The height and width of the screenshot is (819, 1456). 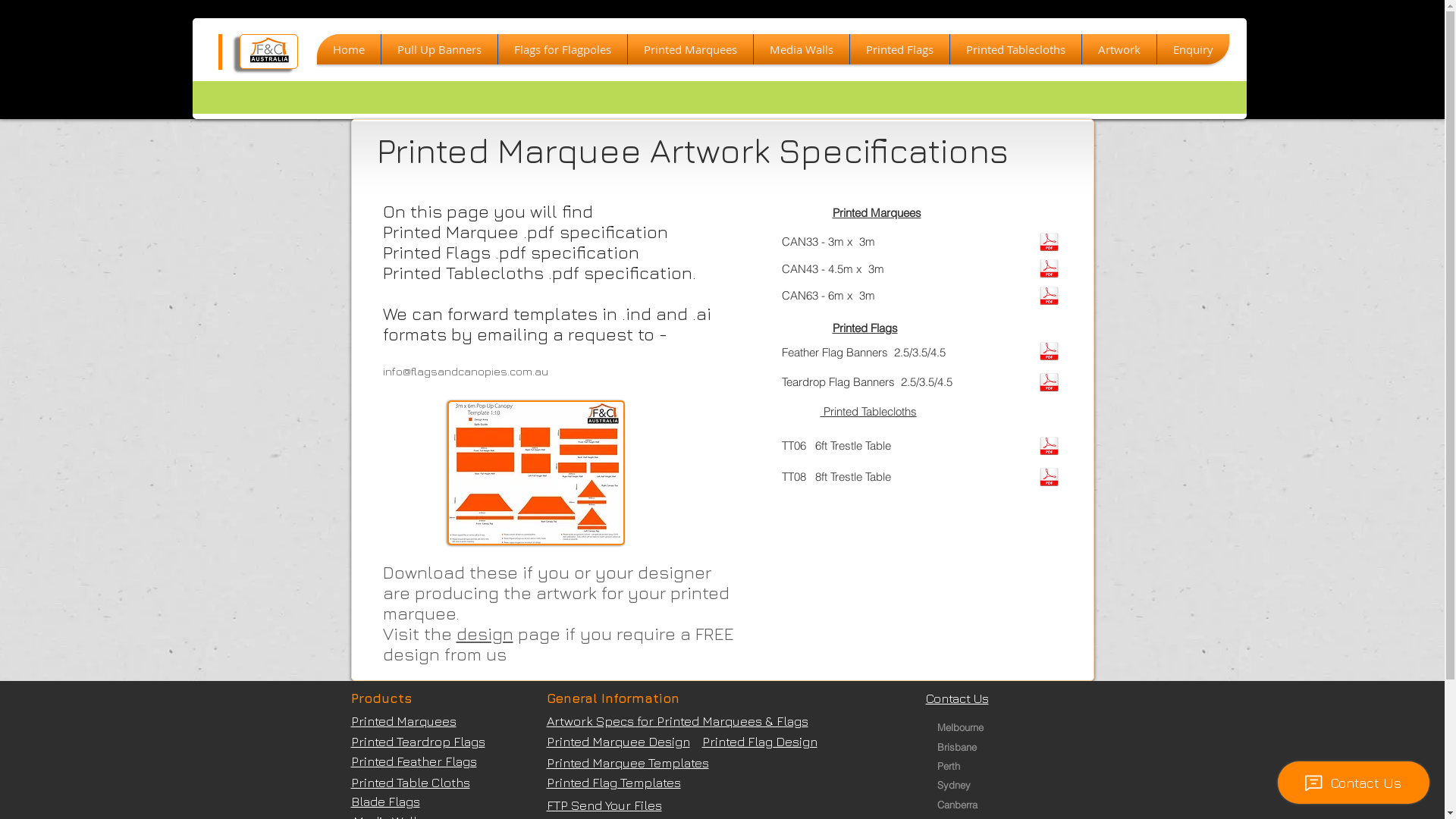 I want to click on 'Printed Flag Templates', so click(x=613, y=783).